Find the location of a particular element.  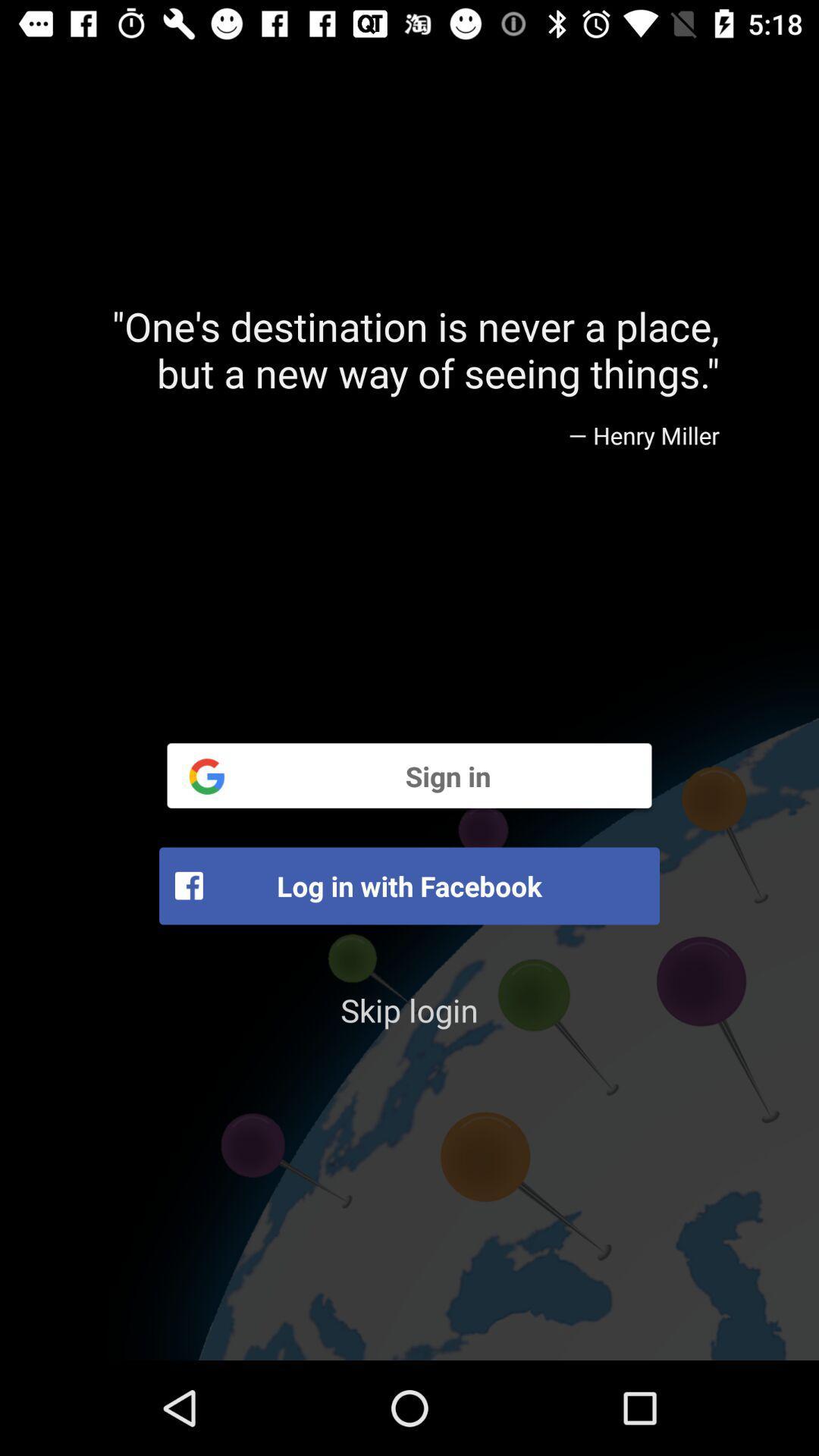

the item below the sign in icon is located at coordinates (409, 886).